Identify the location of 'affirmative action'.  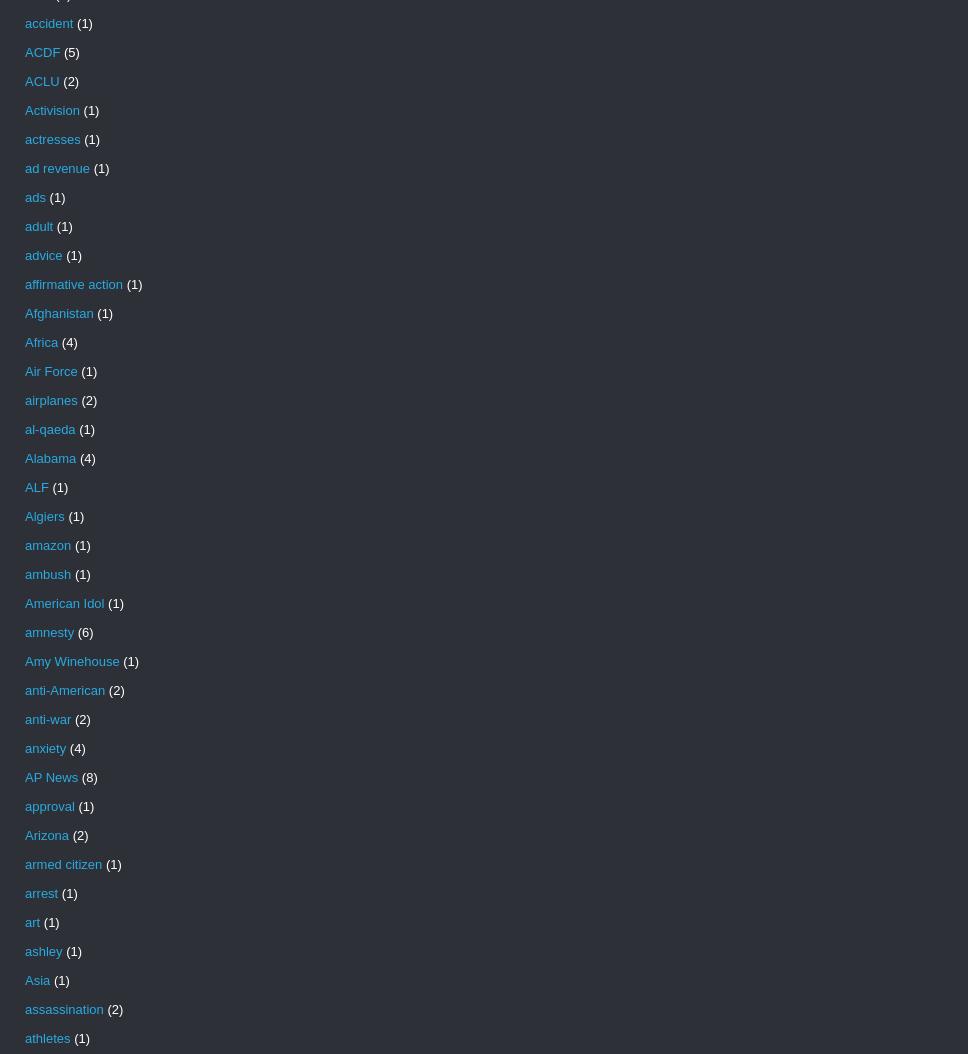
(72, 283).